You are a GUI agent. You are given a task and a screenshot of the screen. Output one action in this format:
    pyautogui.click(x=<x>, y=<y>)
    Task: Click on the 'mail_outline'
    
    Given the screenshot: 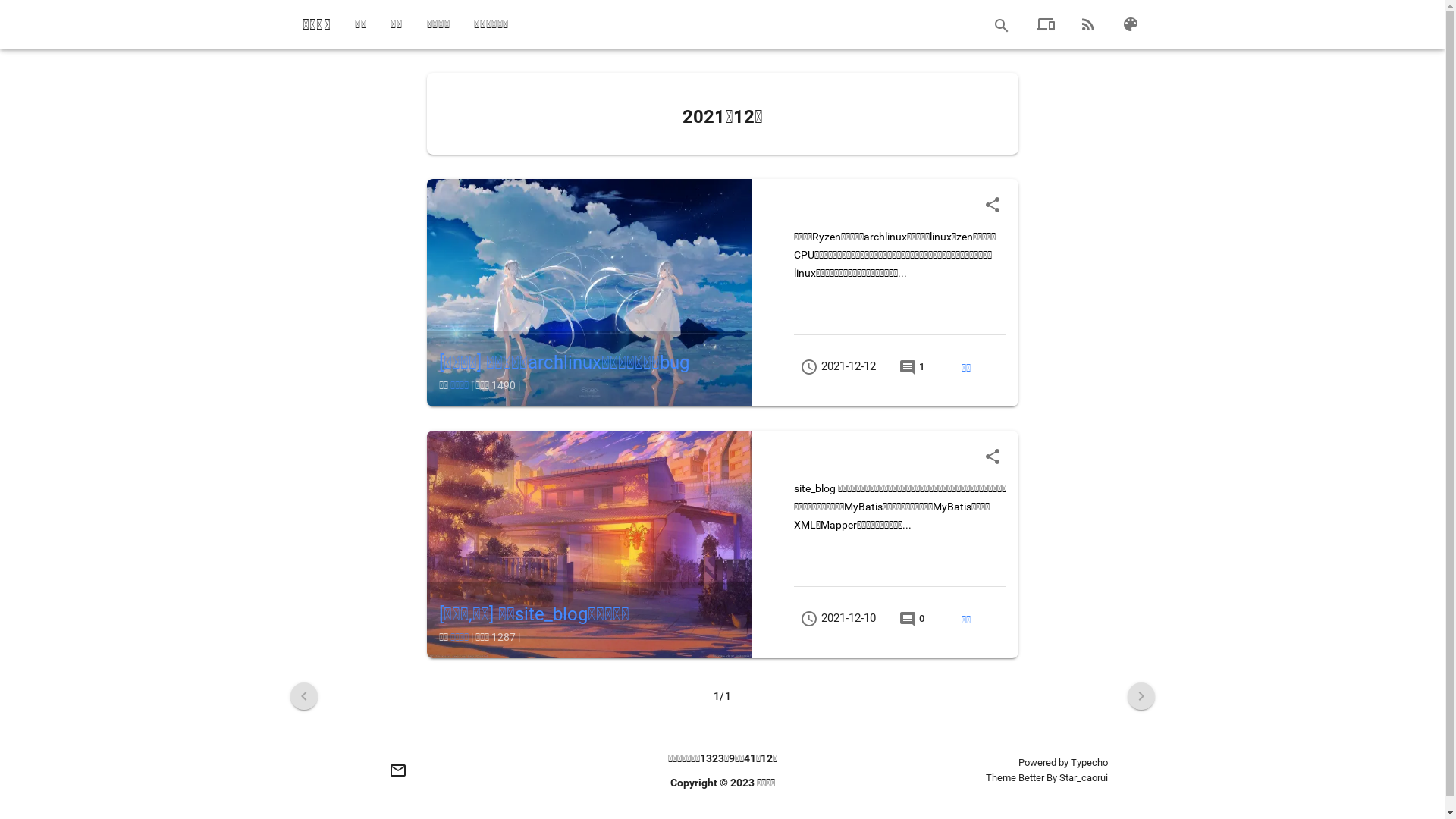 What is the action you would take?
    pyautogui.click(x=397, y=770)
    